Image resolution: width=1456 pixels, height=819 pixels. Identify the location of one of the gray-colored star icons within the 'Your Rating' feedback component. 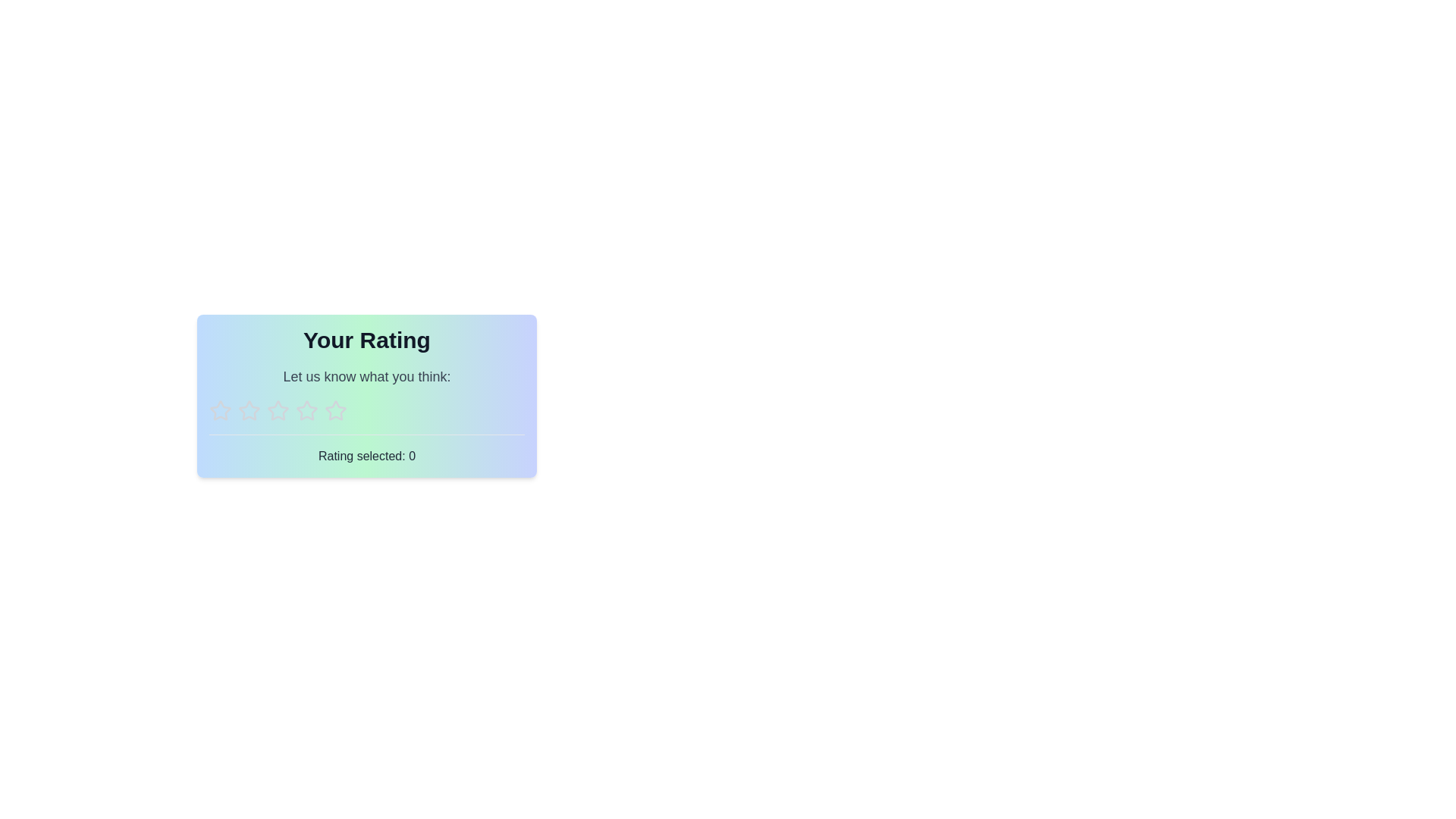
(367, 394).